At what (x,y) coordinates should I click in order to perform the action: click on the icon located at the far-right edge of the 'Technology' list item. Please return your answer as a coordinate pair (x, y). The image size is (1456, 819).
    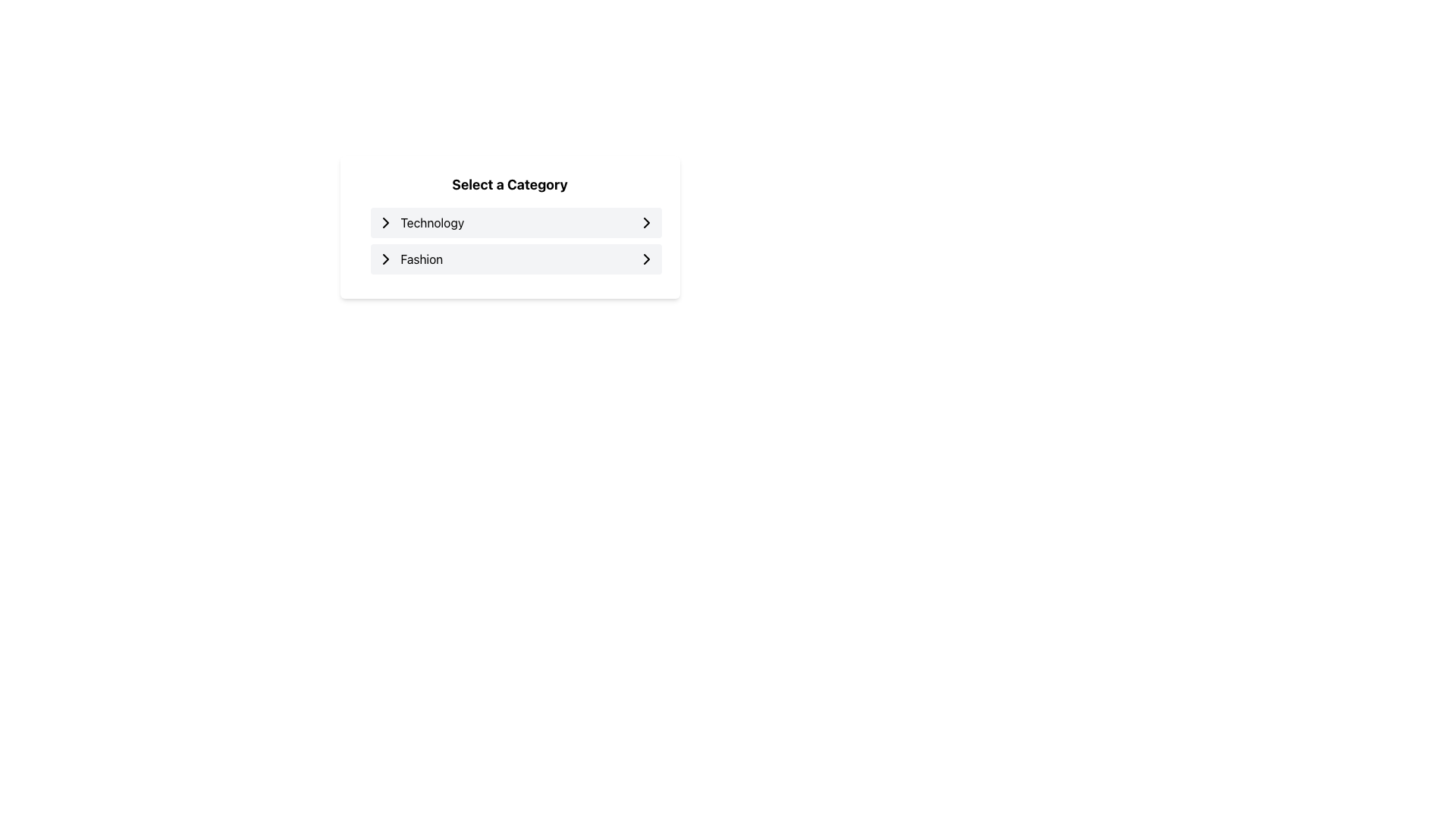
    Looking at the image, I should click on (646, 222).